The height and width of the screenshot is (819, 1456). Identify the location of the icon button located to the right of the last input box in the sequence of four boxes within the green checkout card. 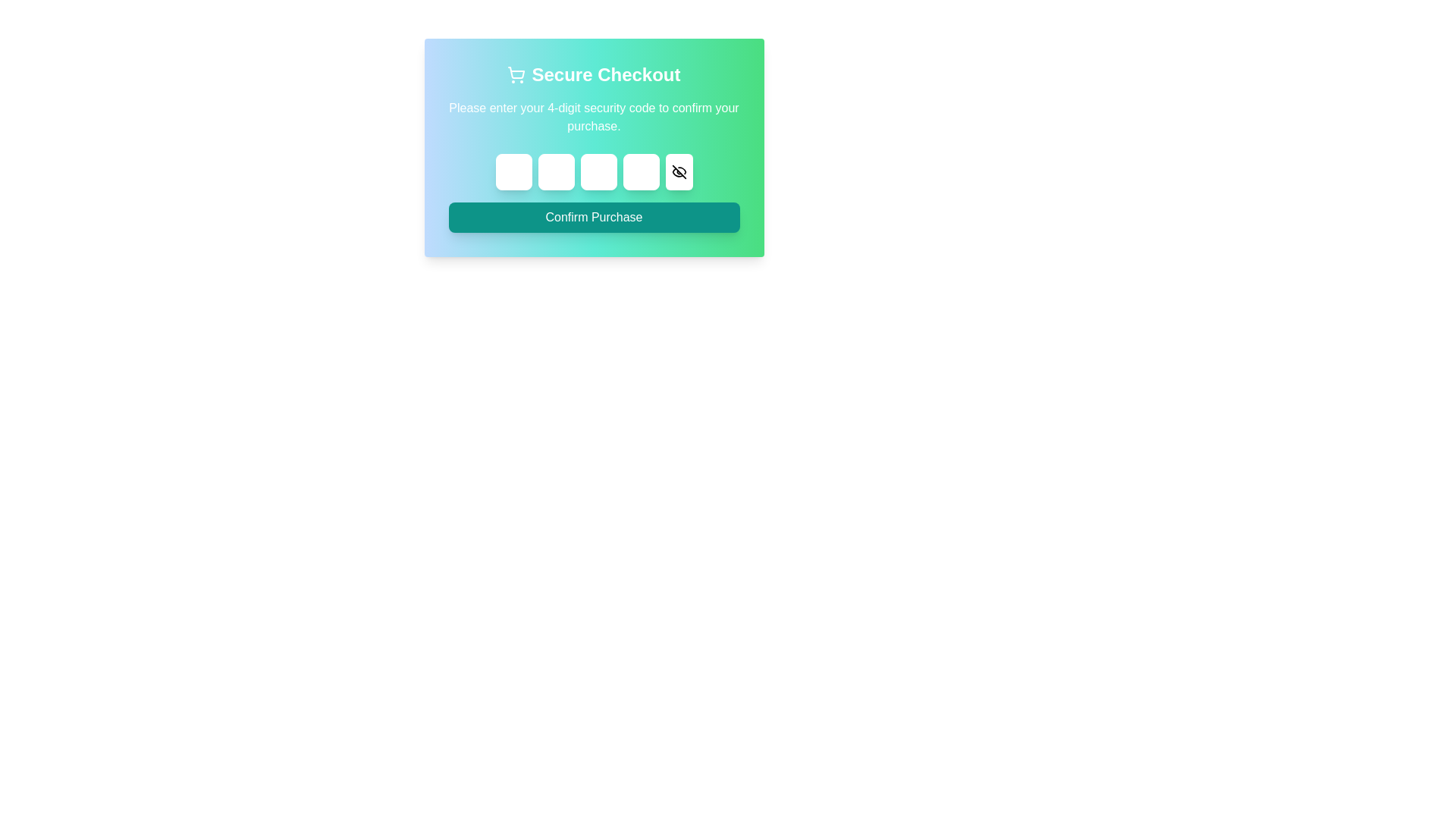
(678, 171).